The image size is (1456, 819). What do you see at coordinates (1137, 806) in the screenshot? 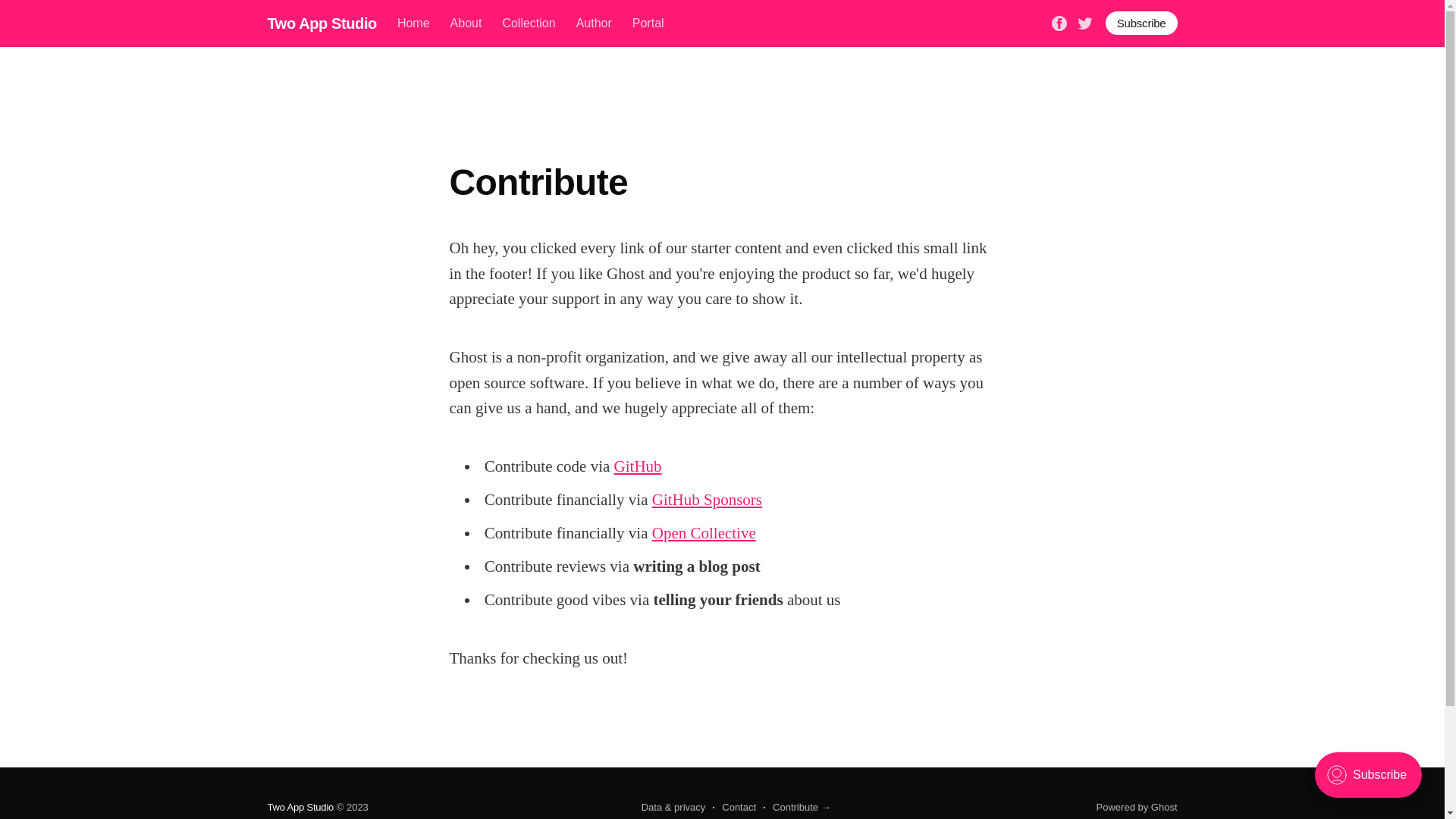
I see `'Powered by Ghost'` at bounding box center [1137, 806].